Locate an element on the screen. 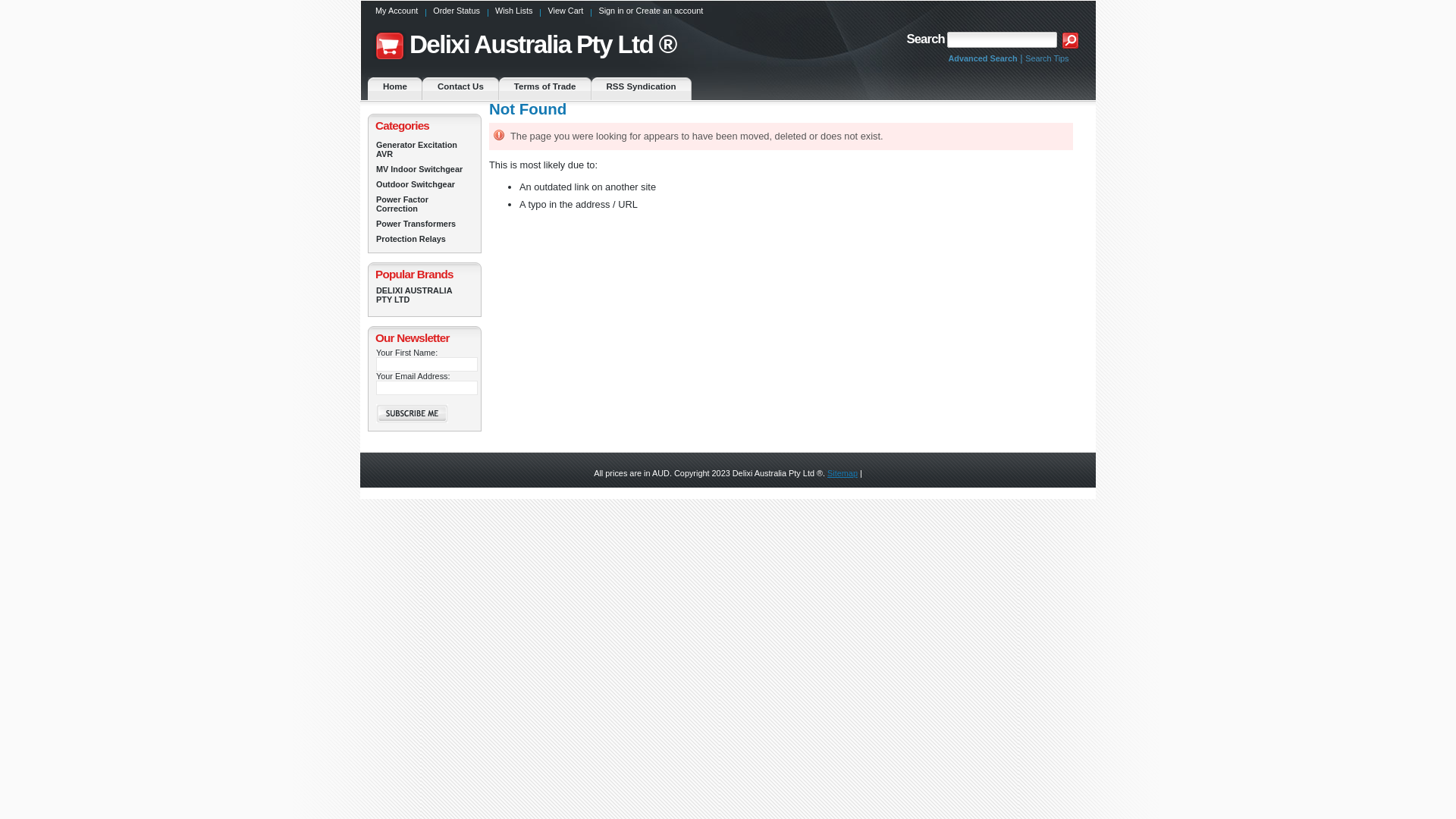 This screenshot has width=1456, height=819. 'Wish Lists' is located at coordinates (513, 14).